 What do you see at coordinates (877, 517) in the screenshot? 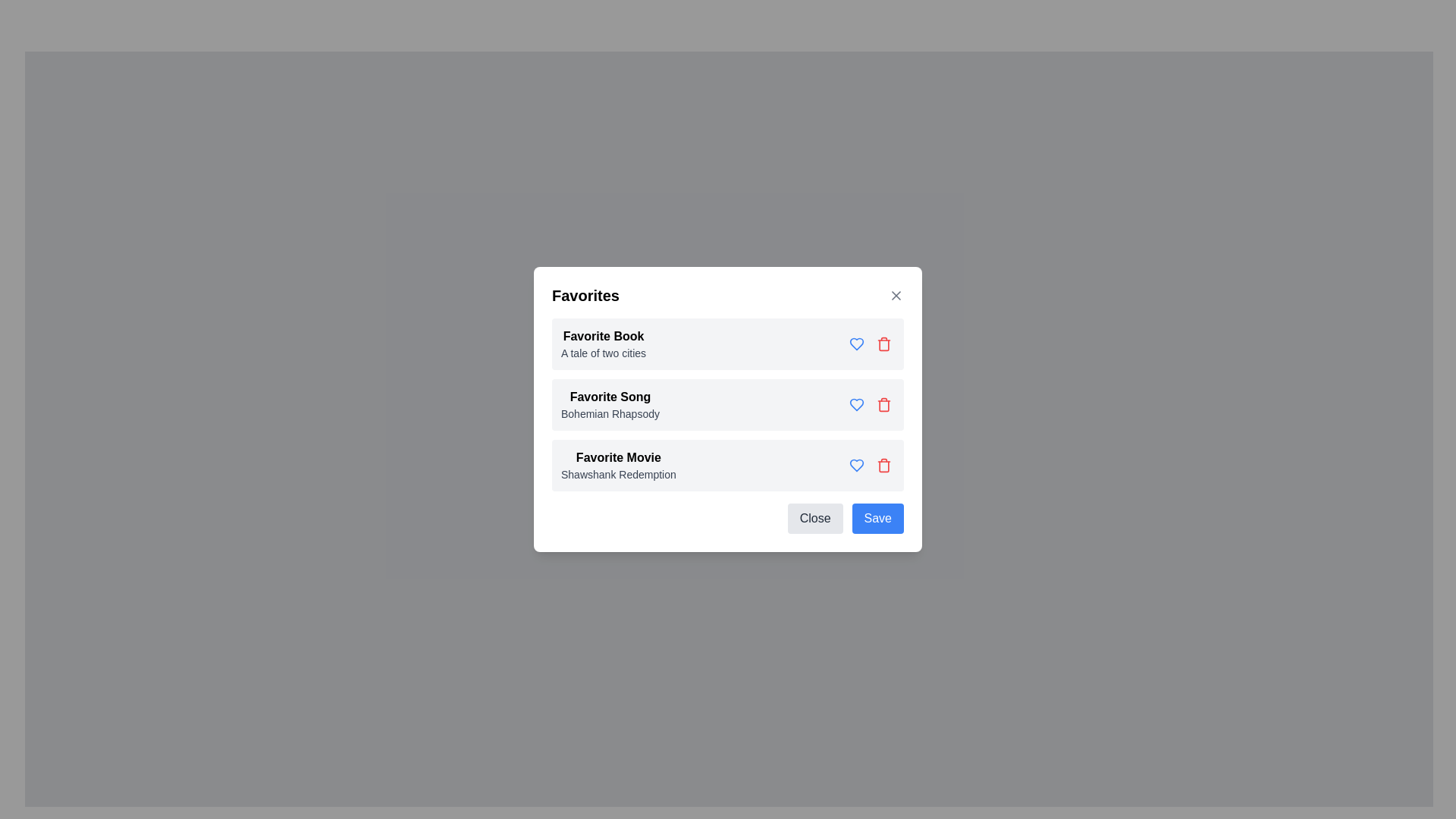
I see `the save button located at the bottom right corner of the modal window` at bounding box center [877, 517].